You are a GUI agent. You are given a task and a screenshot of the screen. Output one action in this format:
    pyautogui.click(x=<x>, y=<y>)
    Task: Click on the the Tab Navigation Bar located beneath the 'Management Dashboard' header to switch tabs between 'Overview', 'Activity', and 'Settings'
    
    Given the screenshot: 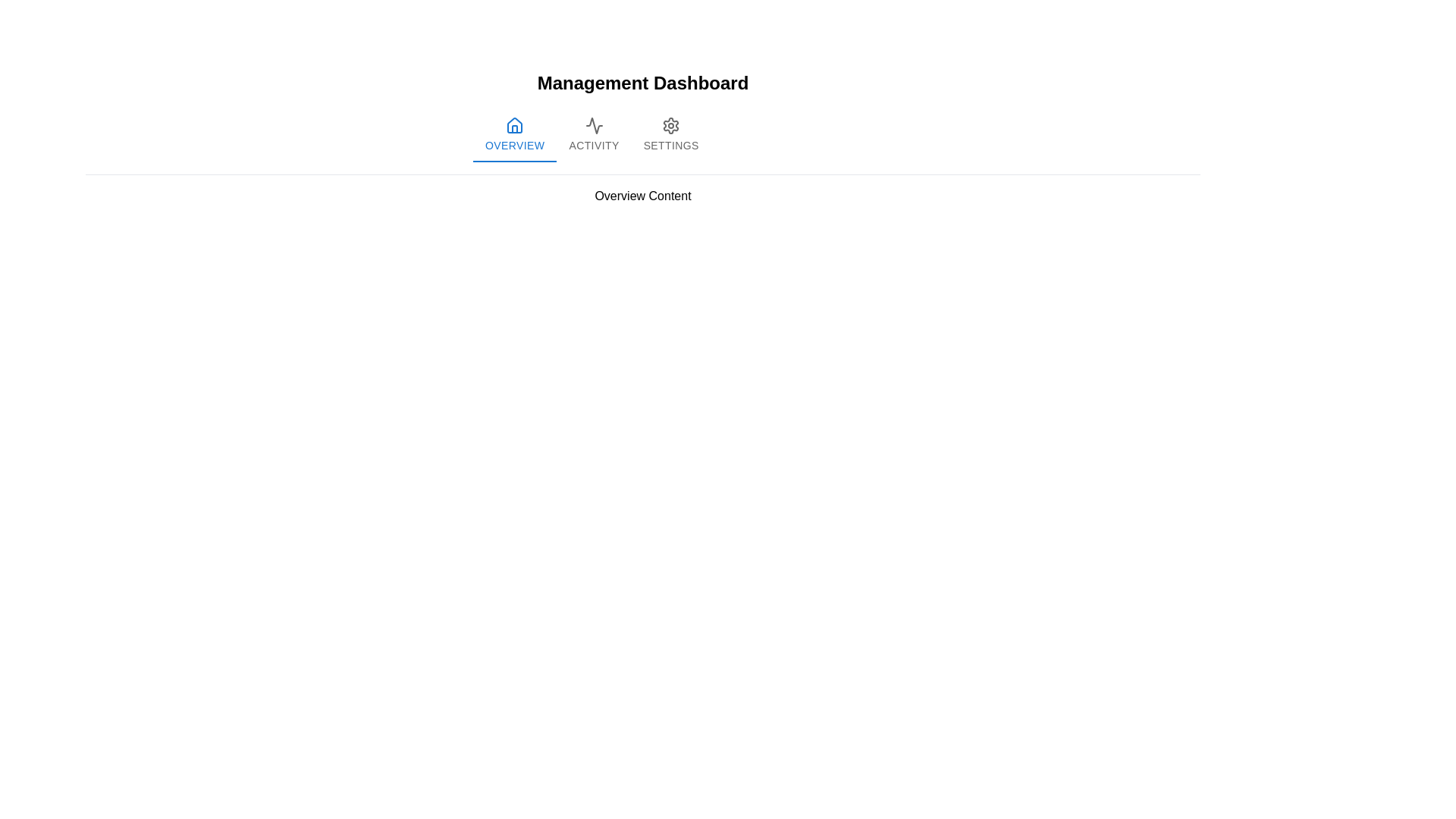 What is the action you would take?
    pyautogui.click(x=643, y=133)
    